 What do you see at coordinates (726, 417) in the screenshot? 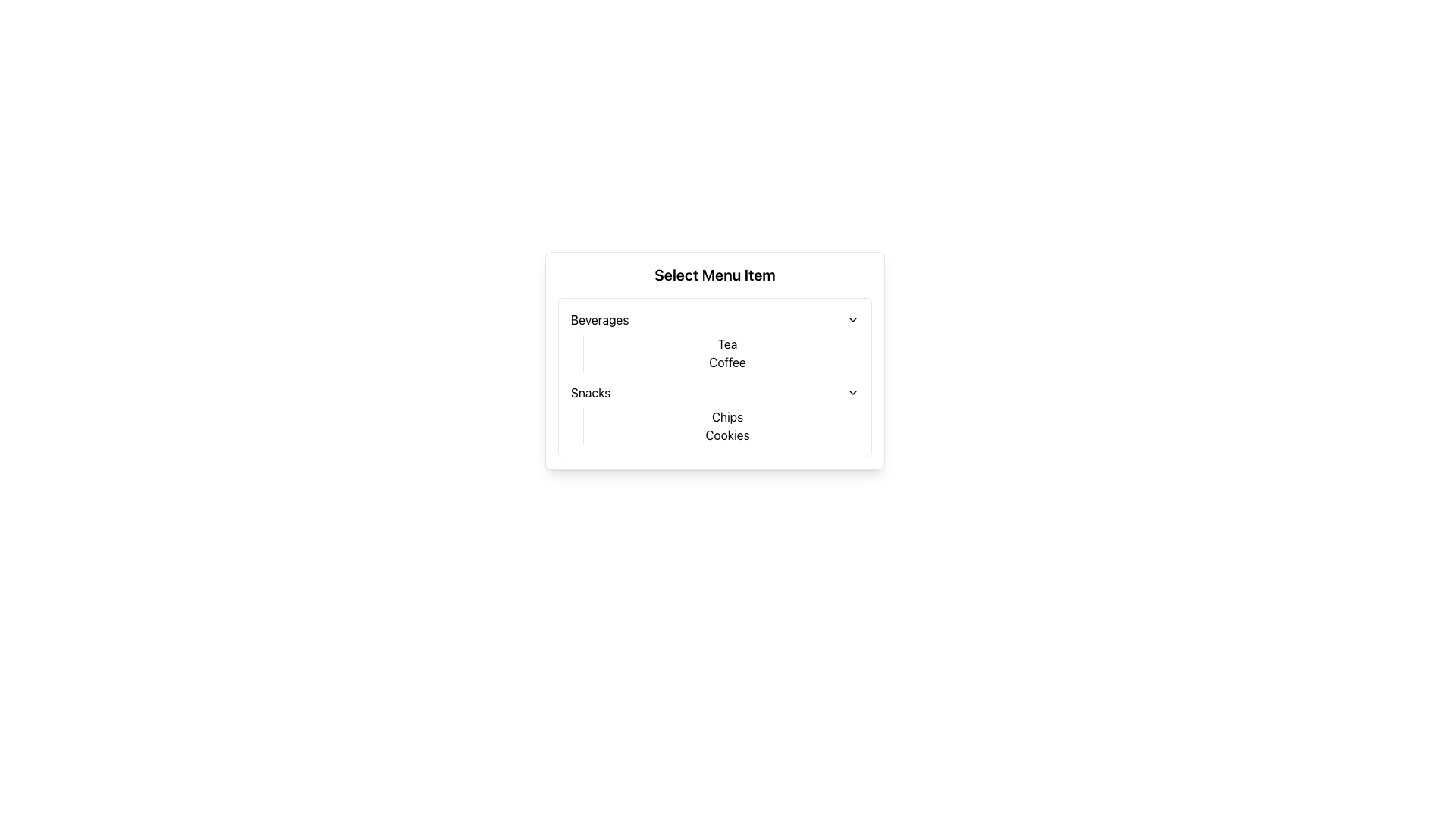
I see `the 'Chips' menu item in the 'Snacks' category` at bounding box center [726, 417].